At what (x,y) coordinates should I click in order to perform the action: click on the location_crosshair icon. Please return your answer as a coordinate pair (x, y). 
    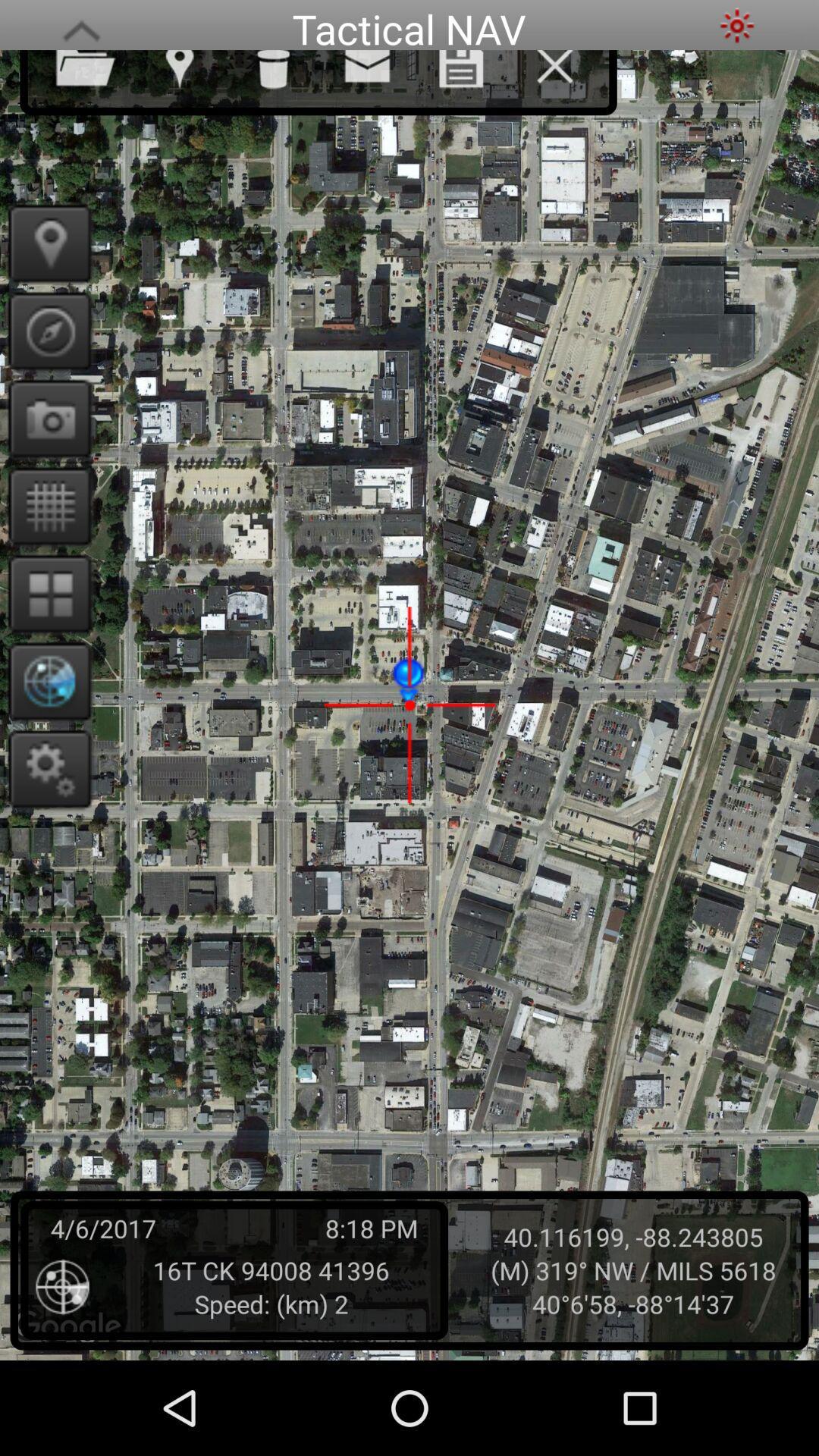
    Looking at the image, I should click on (61, 1377).